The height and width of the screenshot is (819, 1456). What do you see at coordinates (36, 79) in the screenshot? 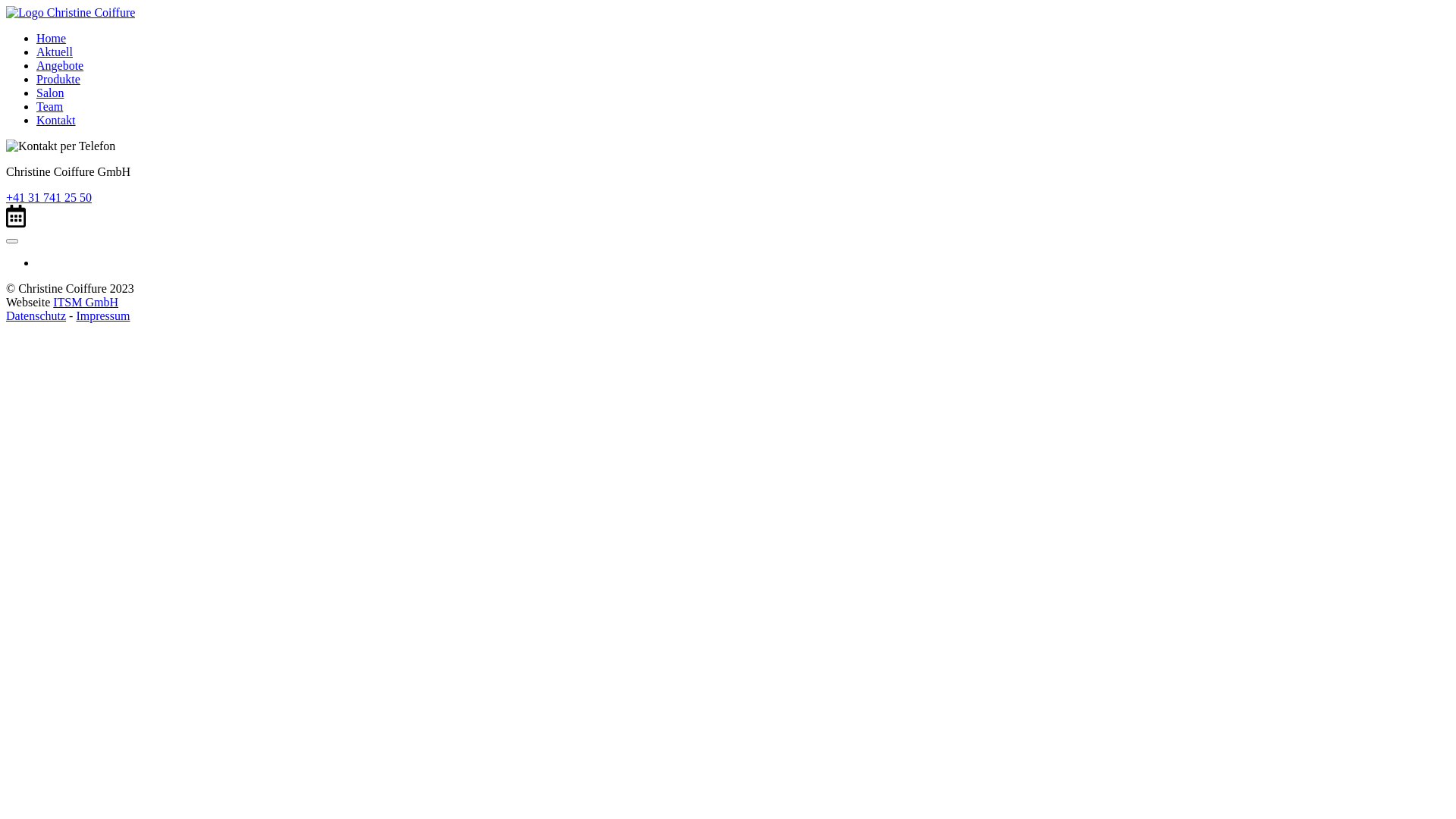
I see `'Produkte'` at bounding box center [36, 79].